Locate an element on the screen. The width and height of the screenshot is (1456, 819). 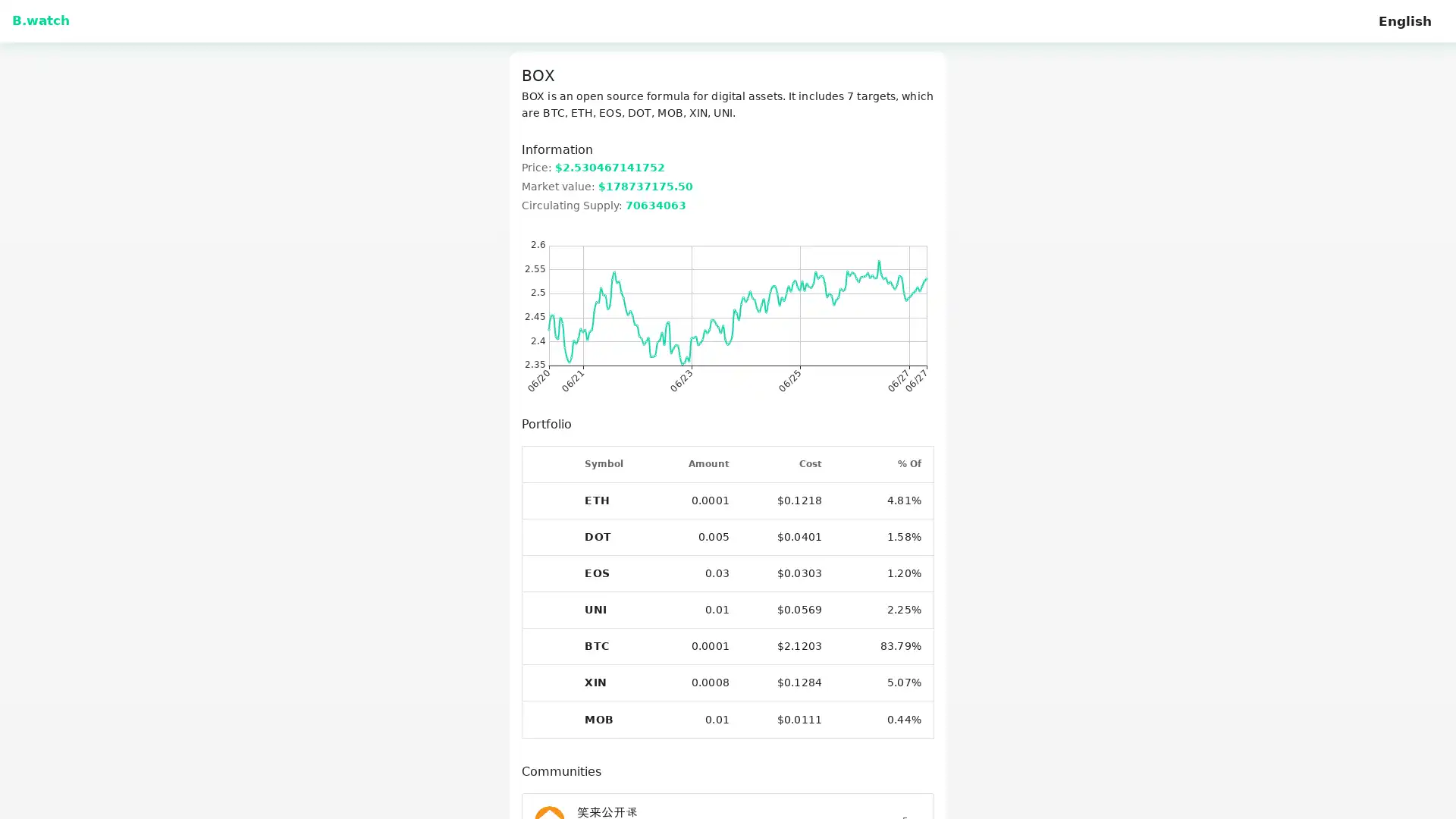
English is located at coordinates (1404, 24).